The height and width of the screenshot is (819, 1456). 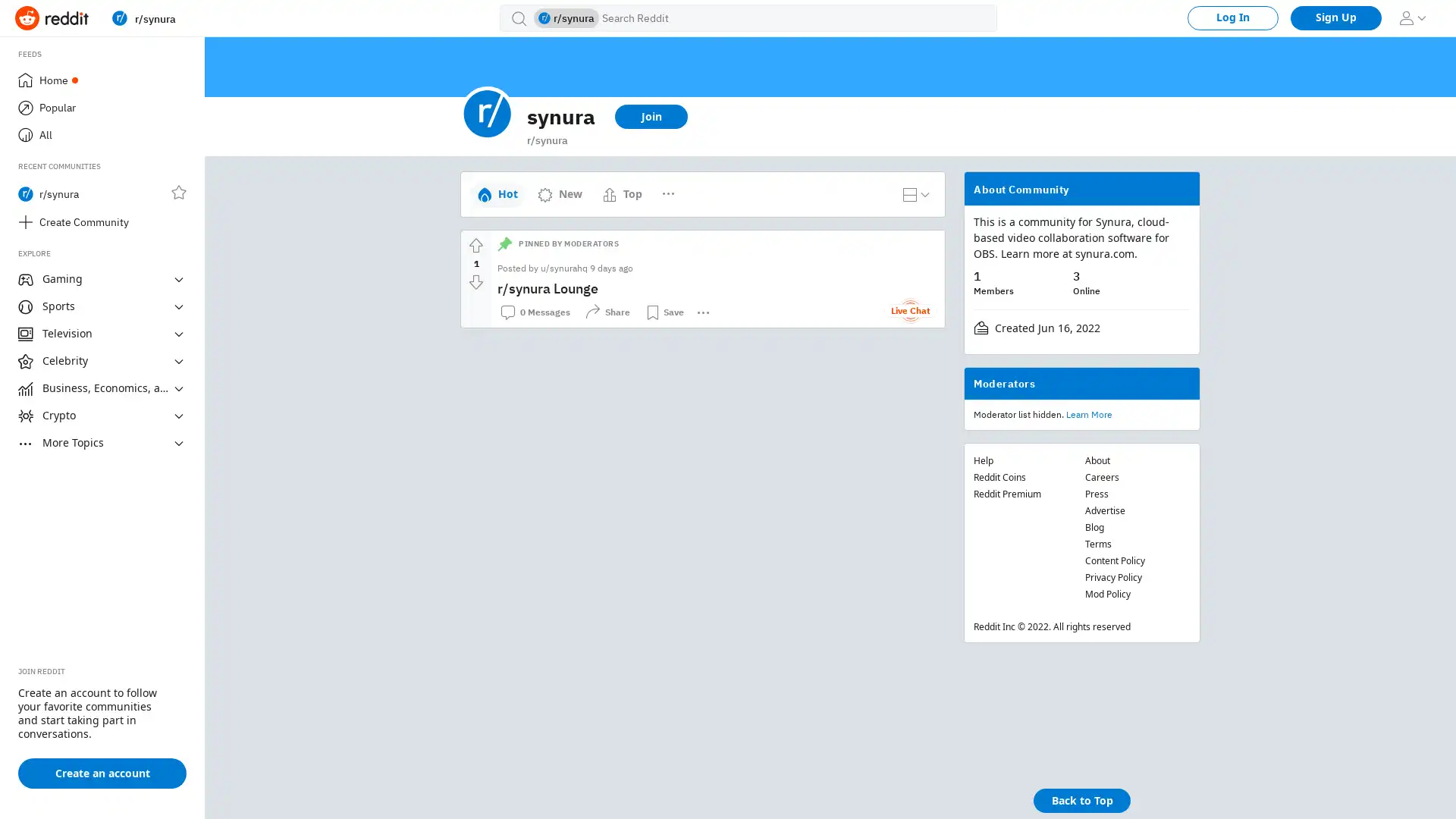 I want to click on Top, so click(x=622, y=193).